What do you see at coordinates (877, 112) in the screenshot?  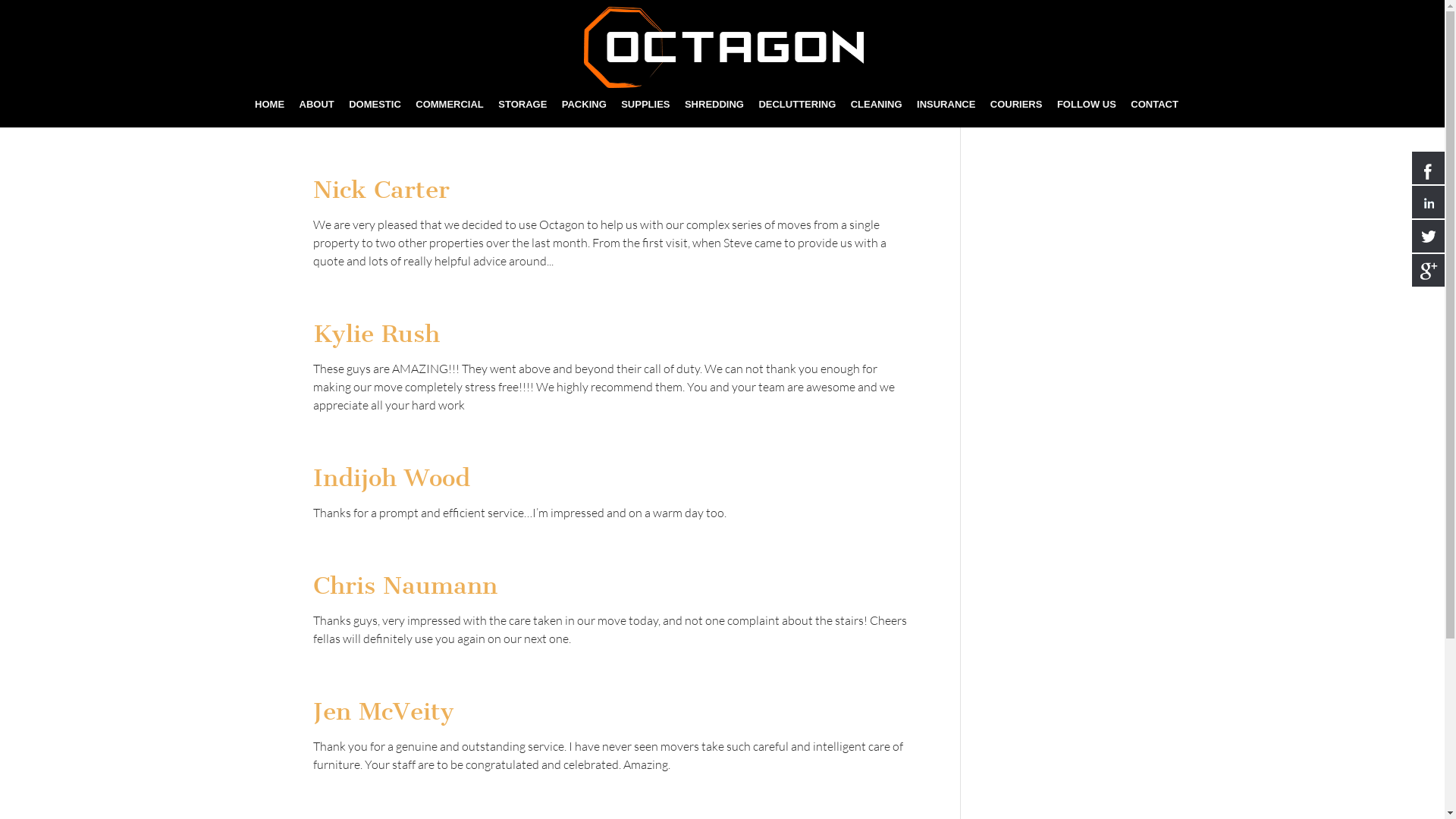 I see `'CLEANING'` at bounding box center [877, 112].